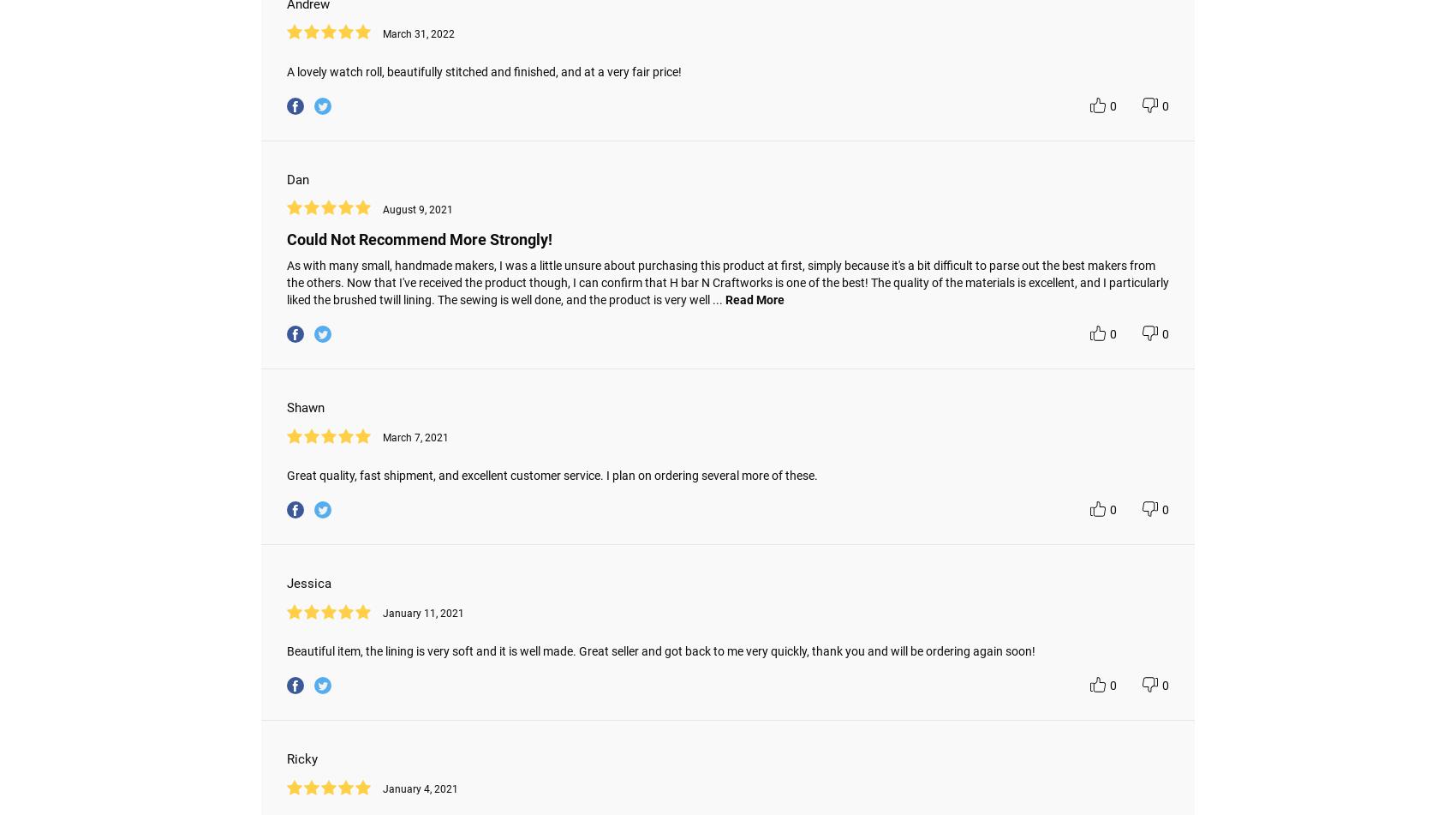 This screenshot has width=1456, height=815. What do you see at coordinates (755, 299) in the screenshot?
I see `'Read More'` at bounding box center [755, 299].